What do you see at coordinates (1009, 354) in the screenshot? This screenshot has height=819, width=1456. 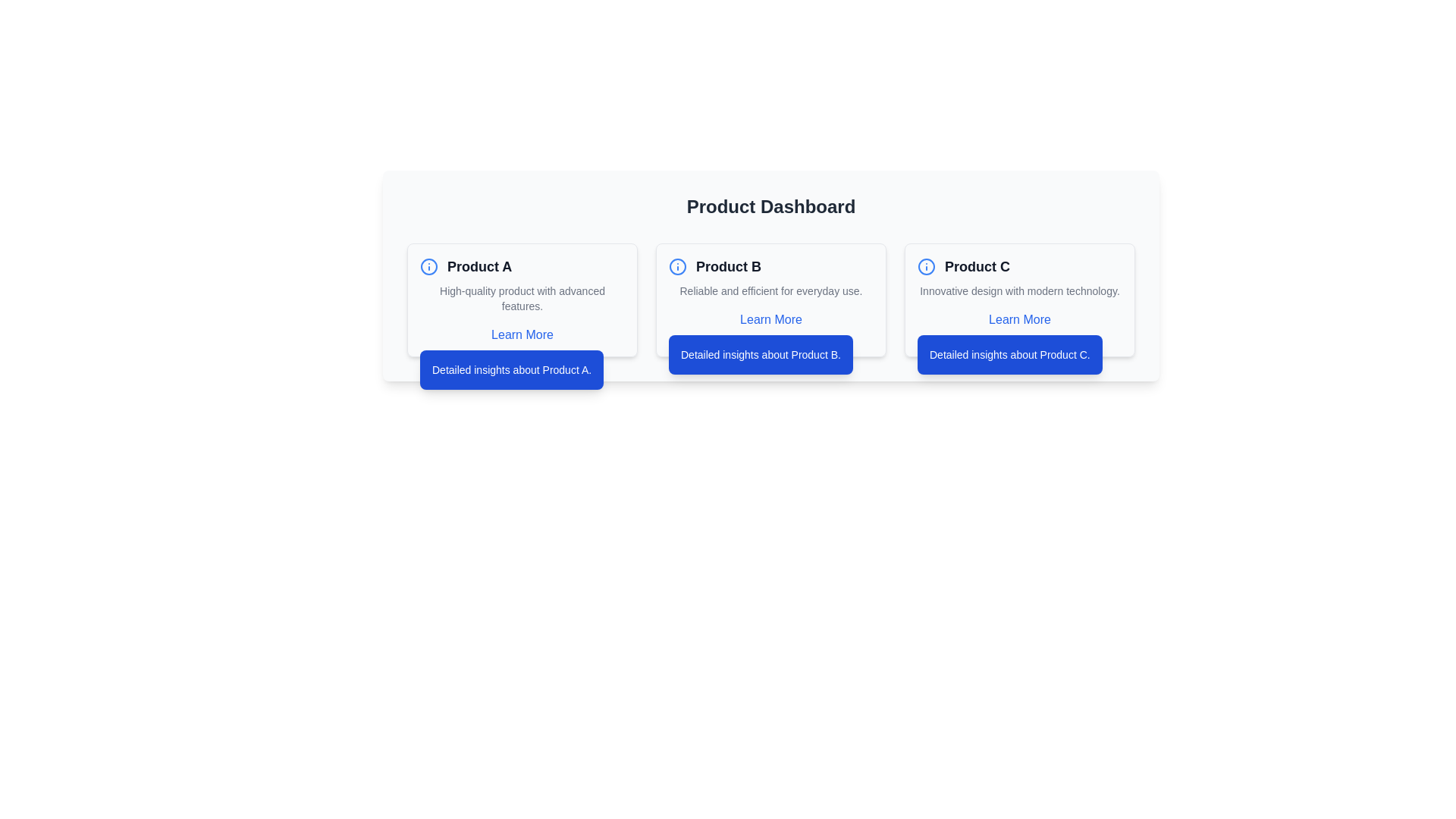 I see `the tooltip with a blue background and white text reading 'Detailed insights about Product C.' positioned below the 'Learn More' link for Product C` at bounding box center [1009, 354].